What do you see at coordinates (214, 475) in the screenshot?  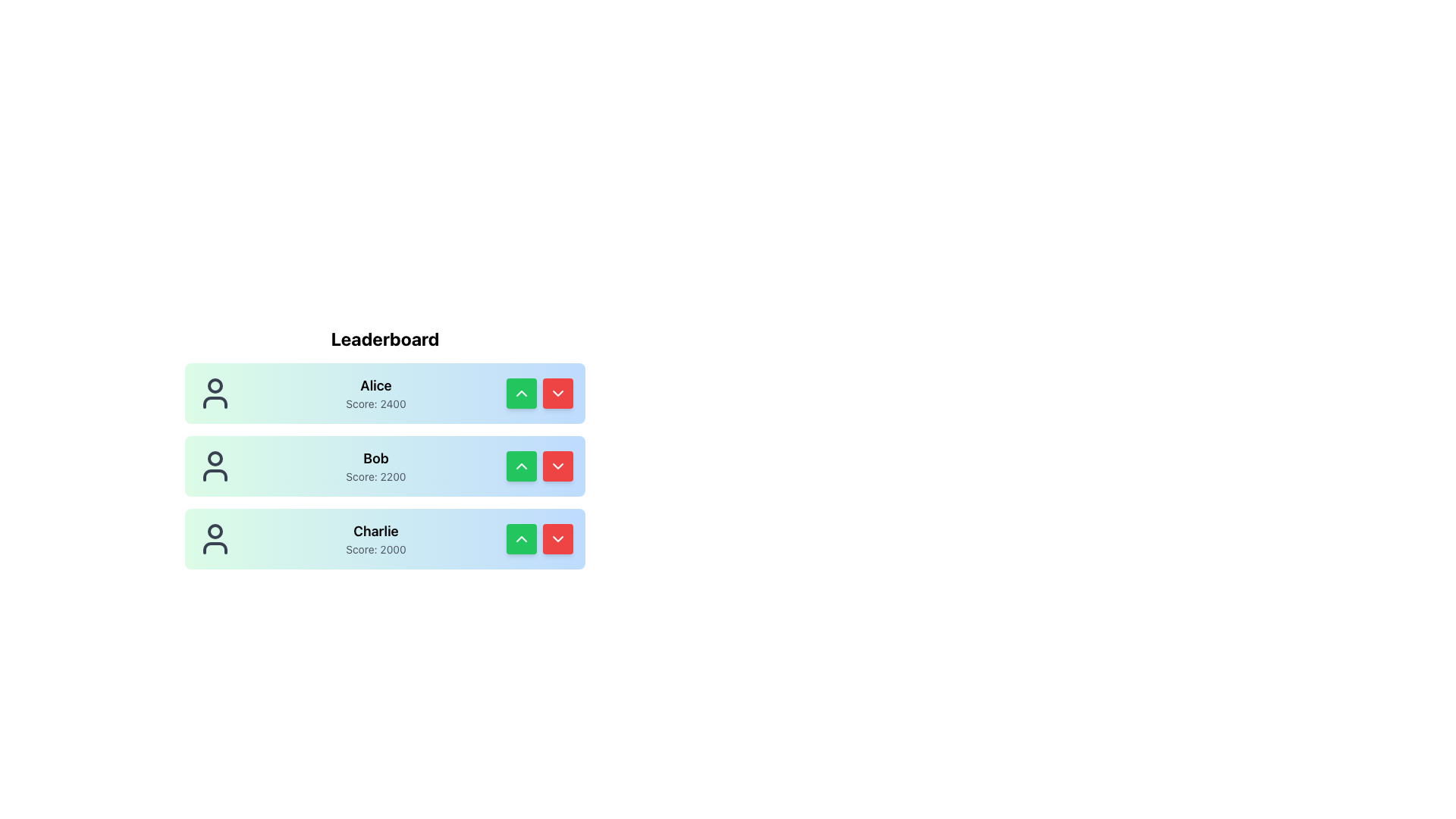 I see `the lower portion of the user icon, which is a curved graphical component directly below the circular part of the icon, representing the torso or body` at bounding box center [214, 475].